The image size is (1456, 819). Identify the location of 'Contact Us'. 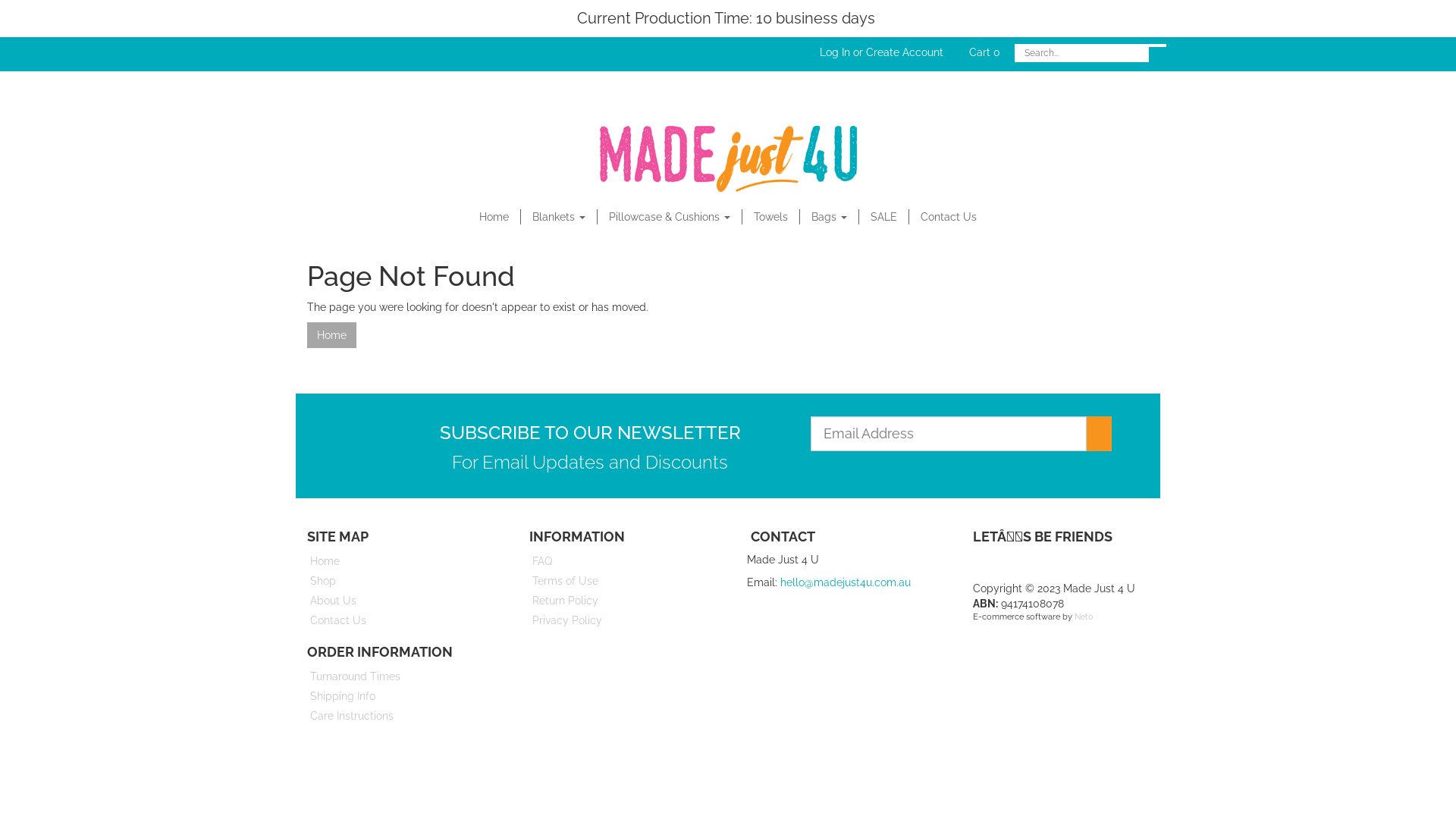
(948, 216).